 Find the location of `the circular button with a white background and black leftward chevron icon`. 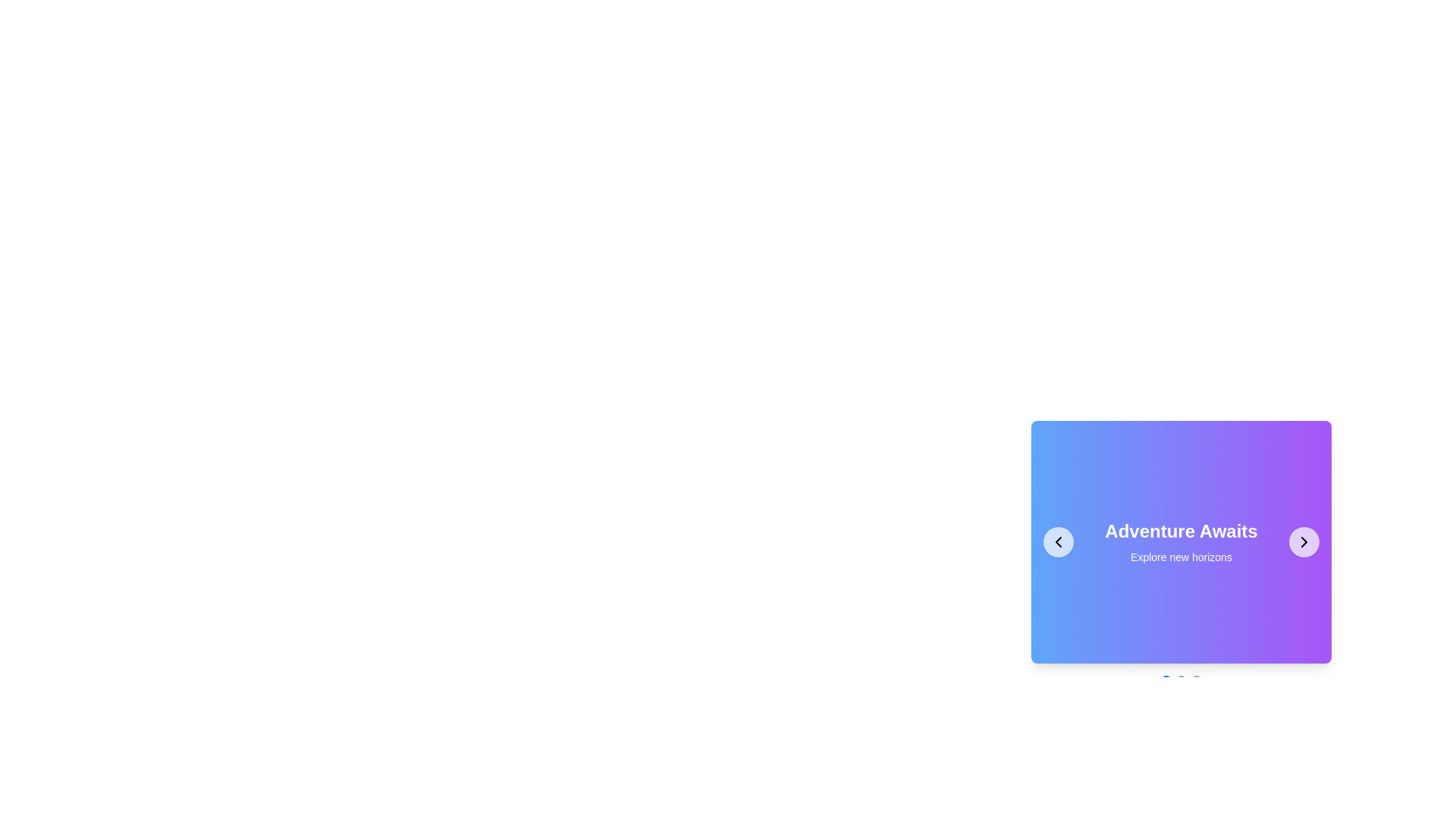

the circular button with a white background and black leftward chevron icon is located at coordinates (1058, 541).